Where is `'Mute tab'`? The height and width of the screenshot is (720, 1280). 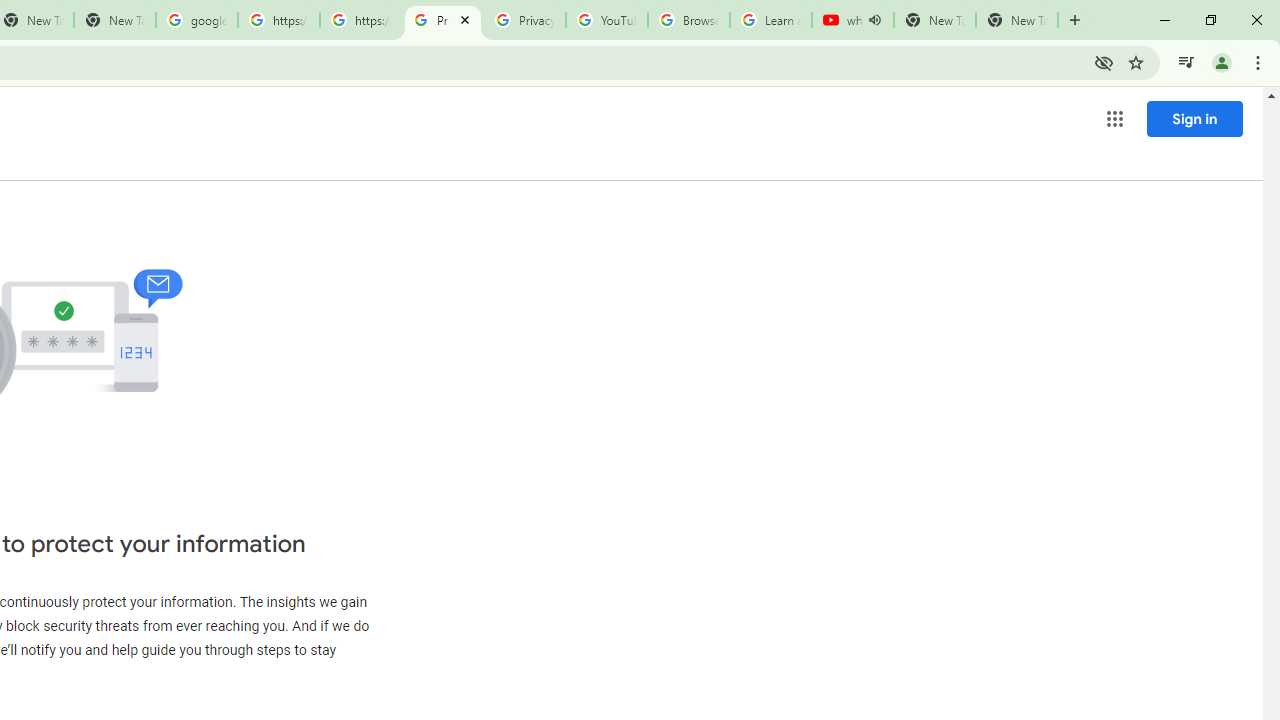
'Mute tab' is located at coordinates (874, 20).